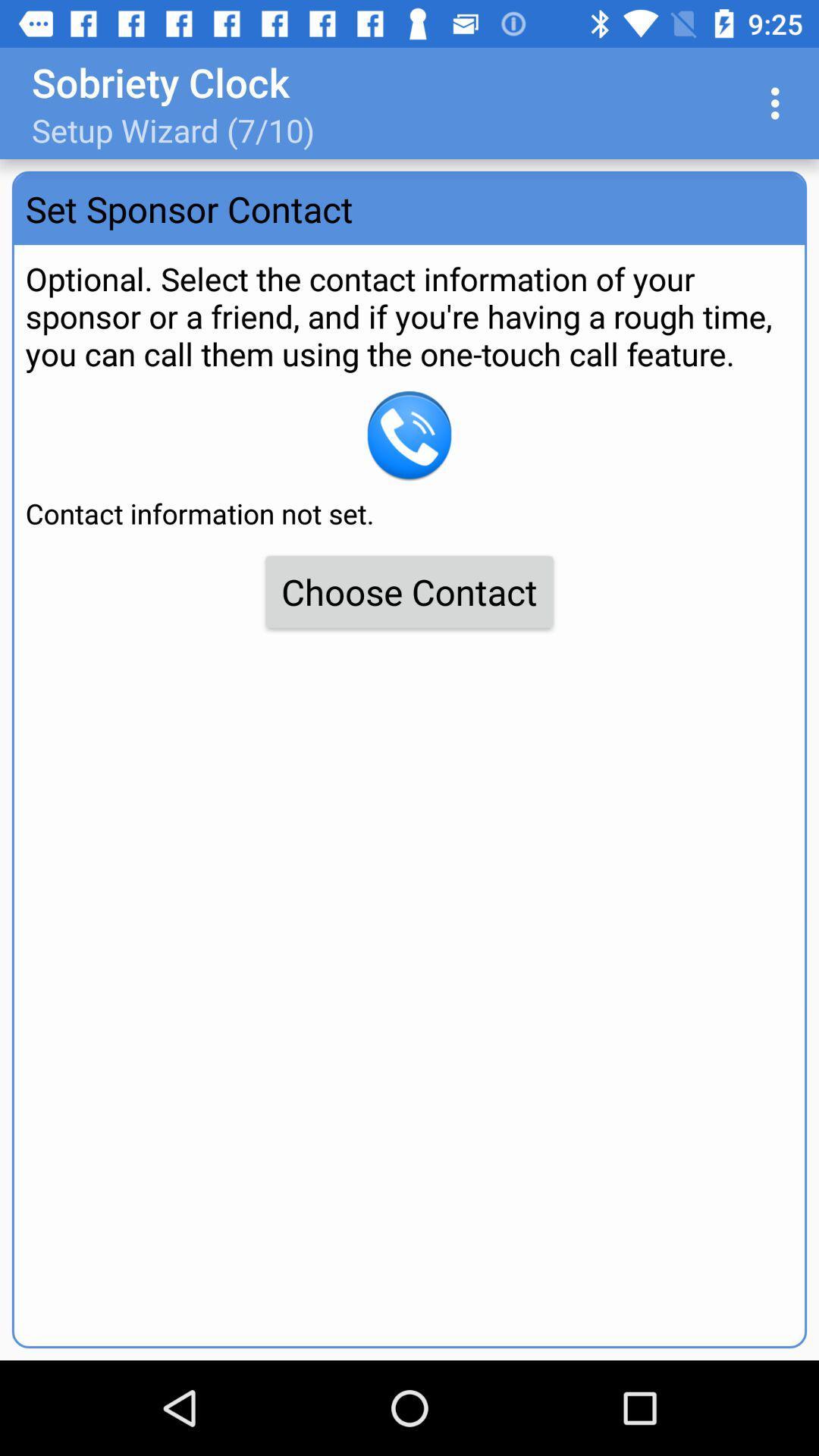 This screenshot has height=1456, width=819. Describe the element at coordinates (779, 102) in the screenshot. I see `item at the top right corner` at that location.